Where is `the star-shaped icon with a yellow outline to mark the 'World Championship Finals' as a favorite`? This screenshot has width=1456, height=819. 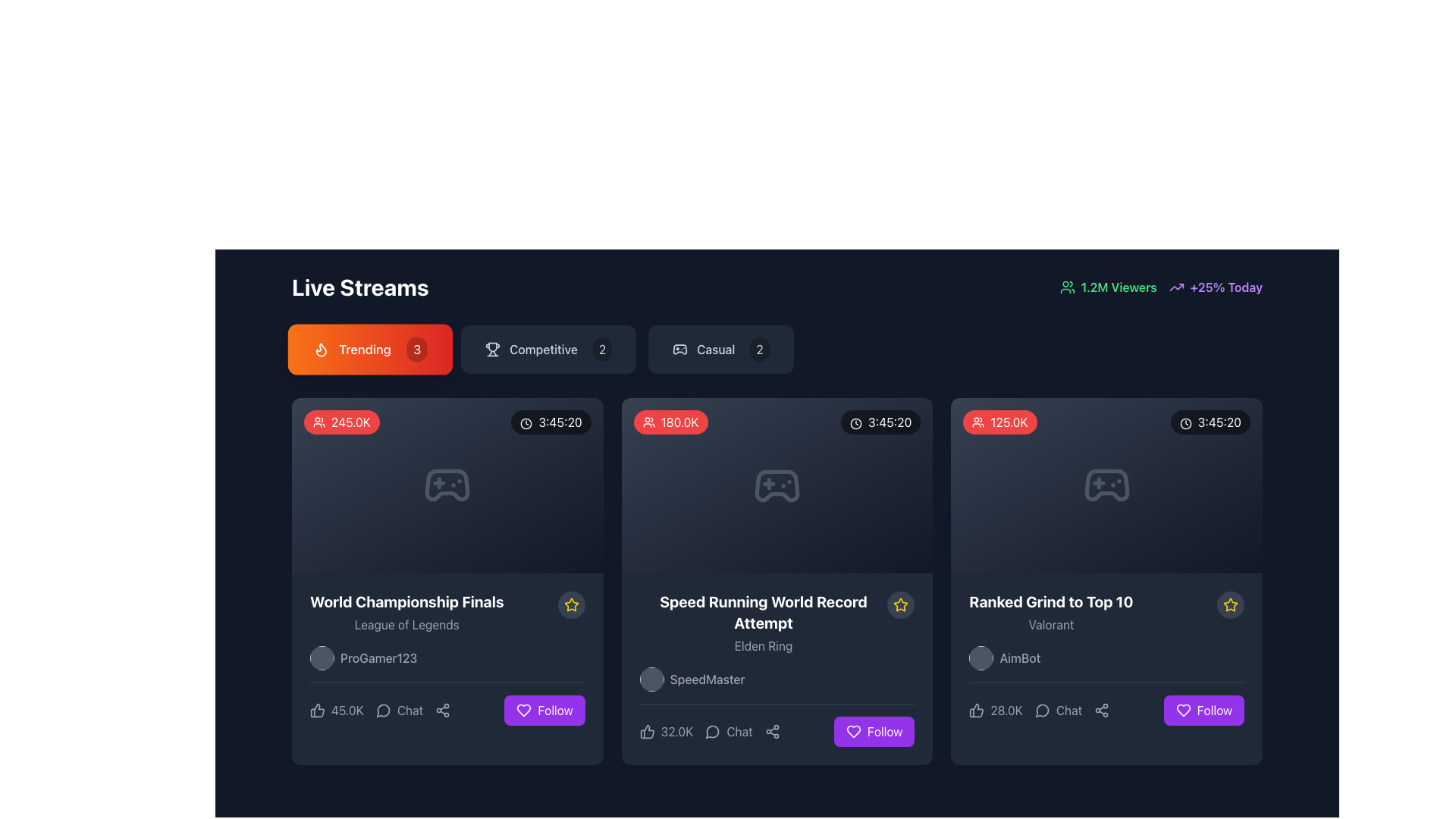 the star-shaped icon with a yellow outline to mark the 'World Championship Finals' as a favorite is located at coordinates (570, 604).